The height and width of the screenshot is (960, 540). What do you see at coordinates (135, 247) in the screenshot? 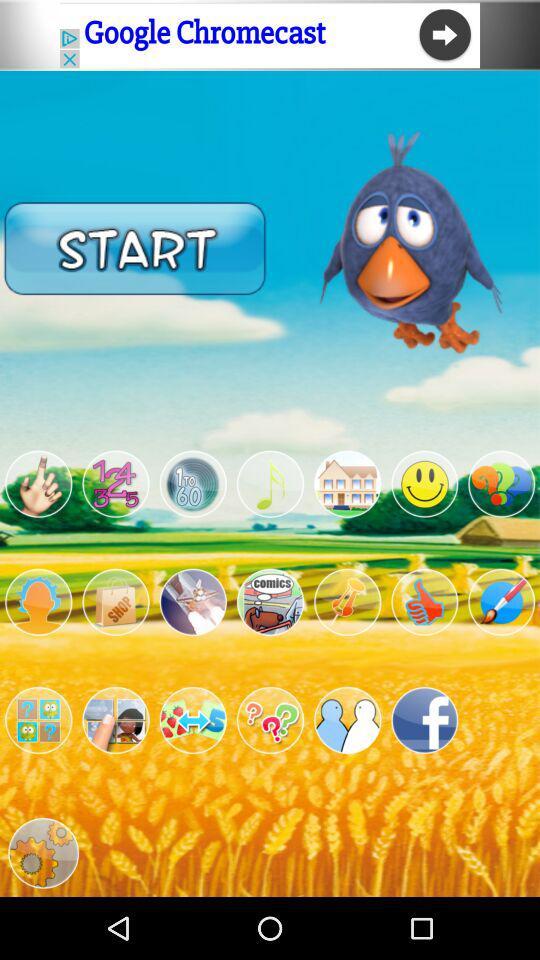
I see `start playing` at bounding box center [135, 247].